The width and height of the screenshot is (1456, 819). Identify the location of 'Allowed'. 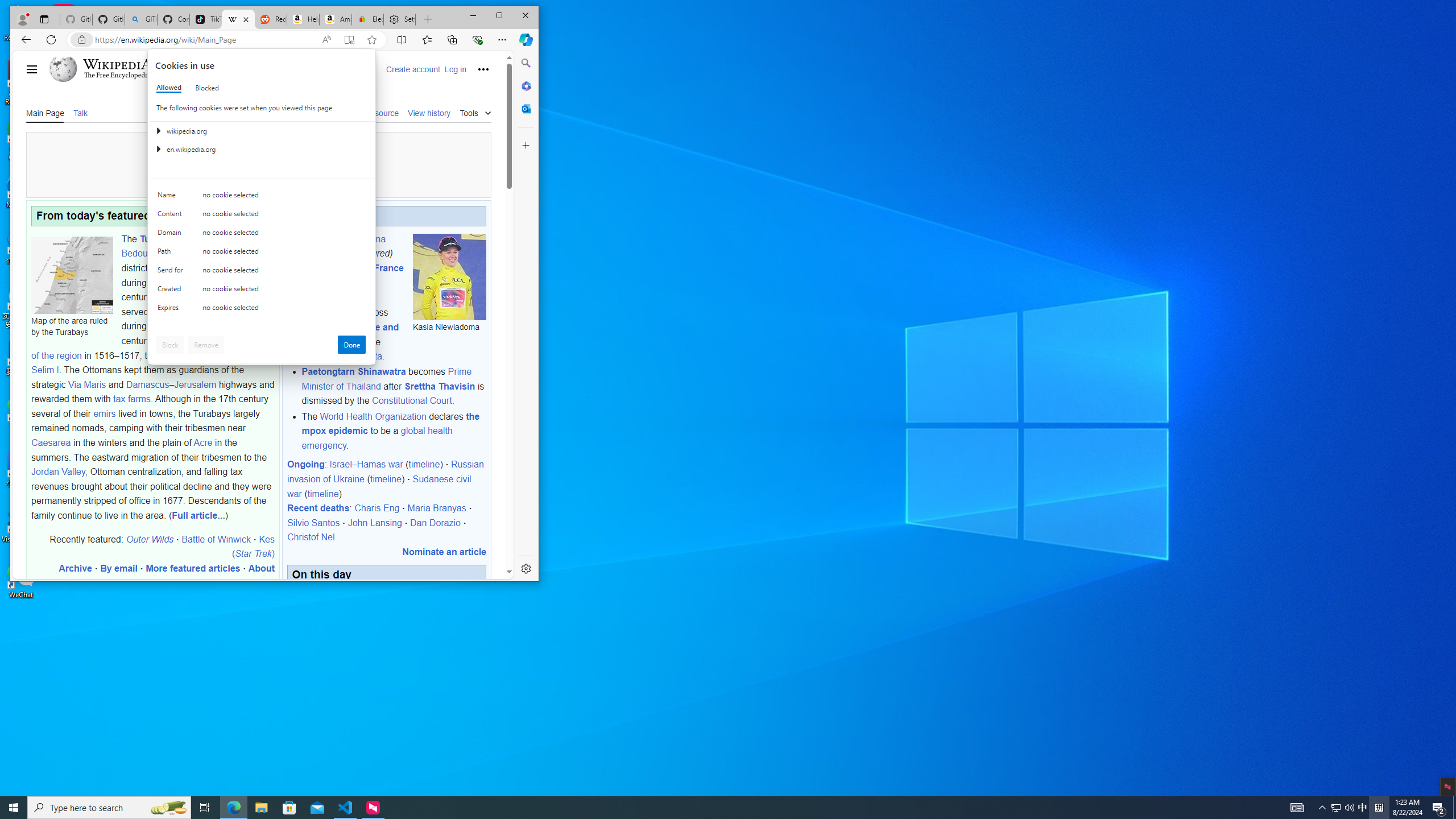
(169, 87).